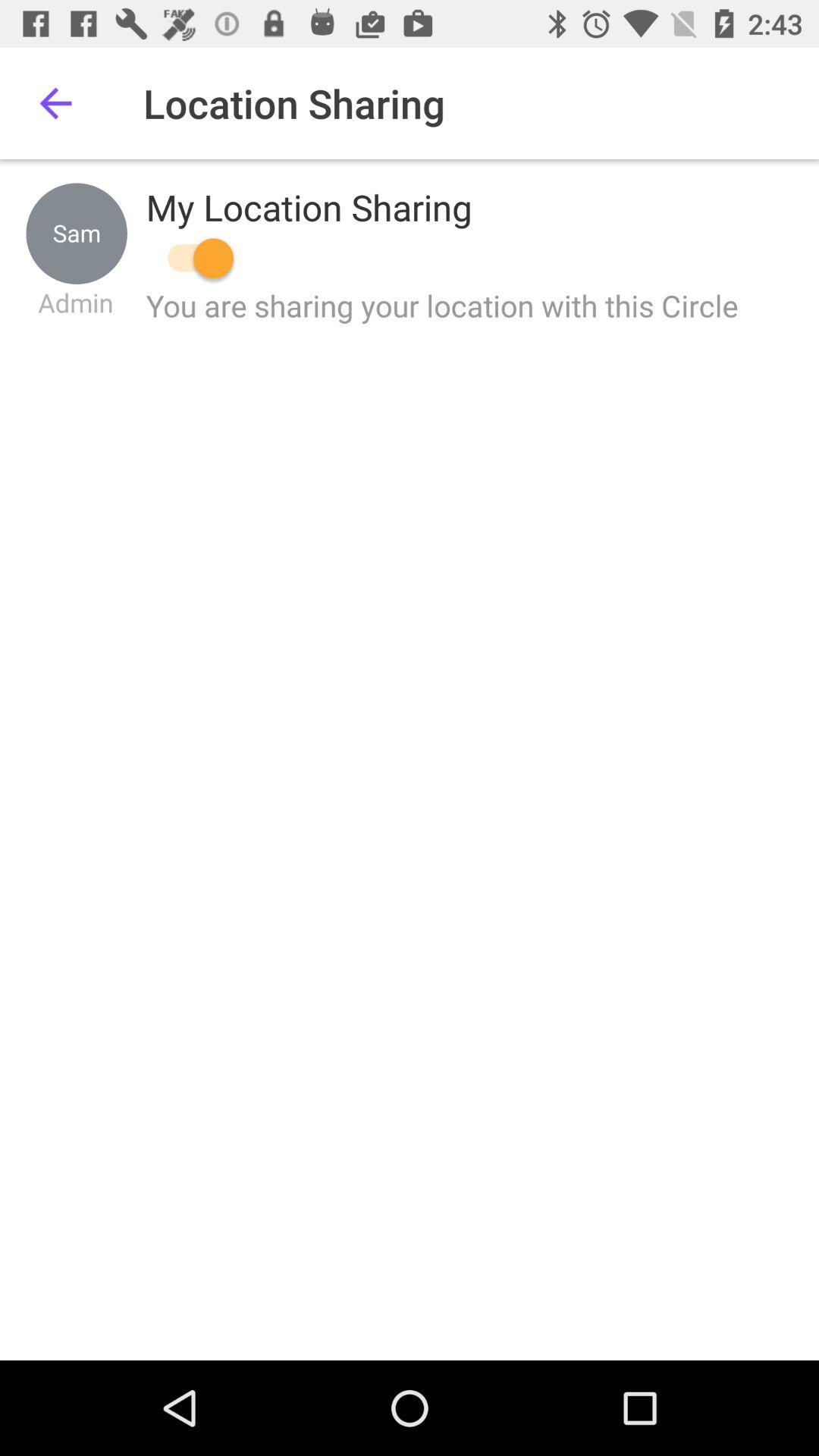 The image size is (819, 1456). What do you see at coordinates (192, 258) in the screenshot?
I see `location sharing` at bounding box center [192, 258].